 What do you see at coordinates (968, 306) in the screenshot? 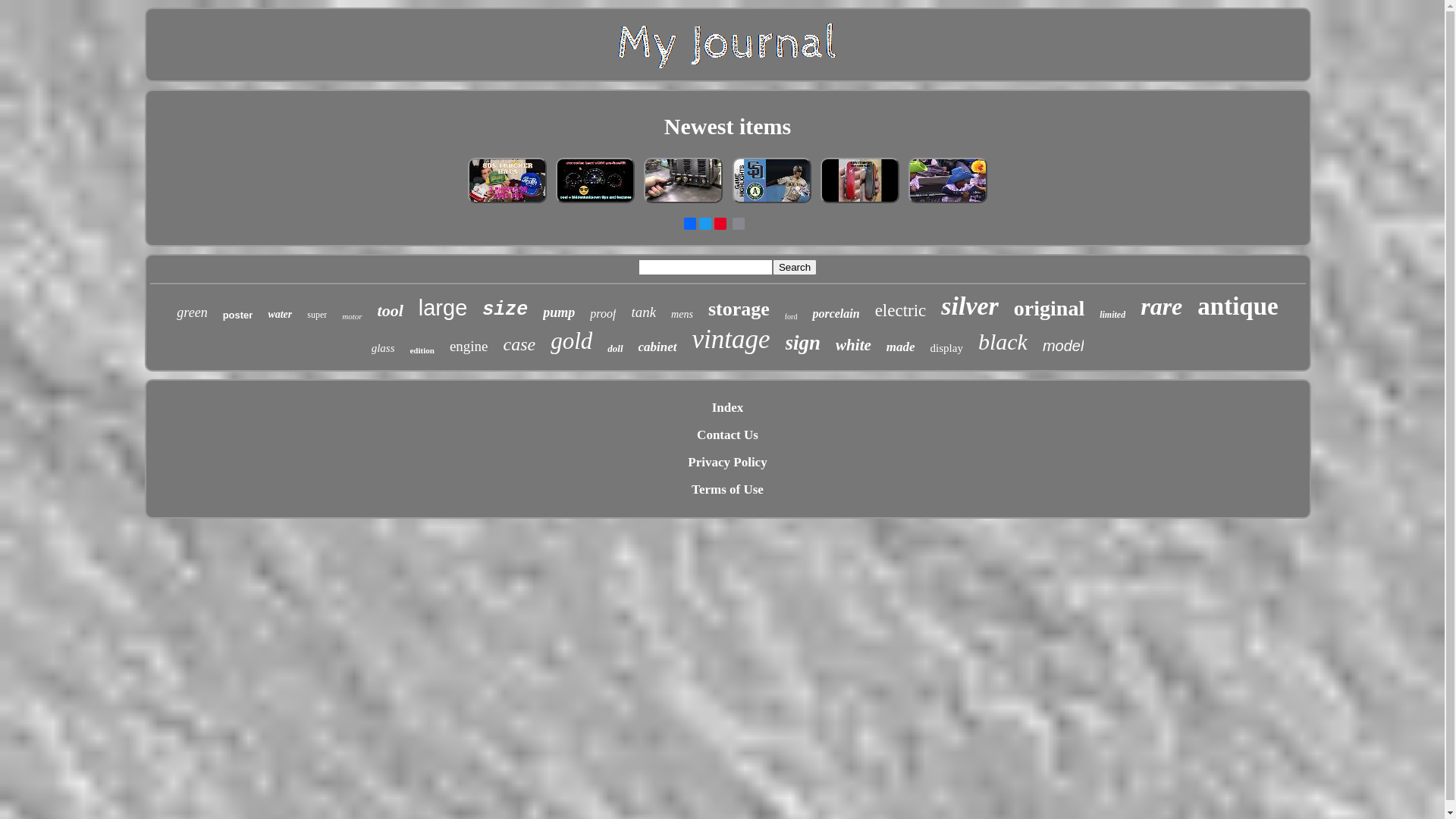
I see `'silver'` at bounding box center [968, 306].